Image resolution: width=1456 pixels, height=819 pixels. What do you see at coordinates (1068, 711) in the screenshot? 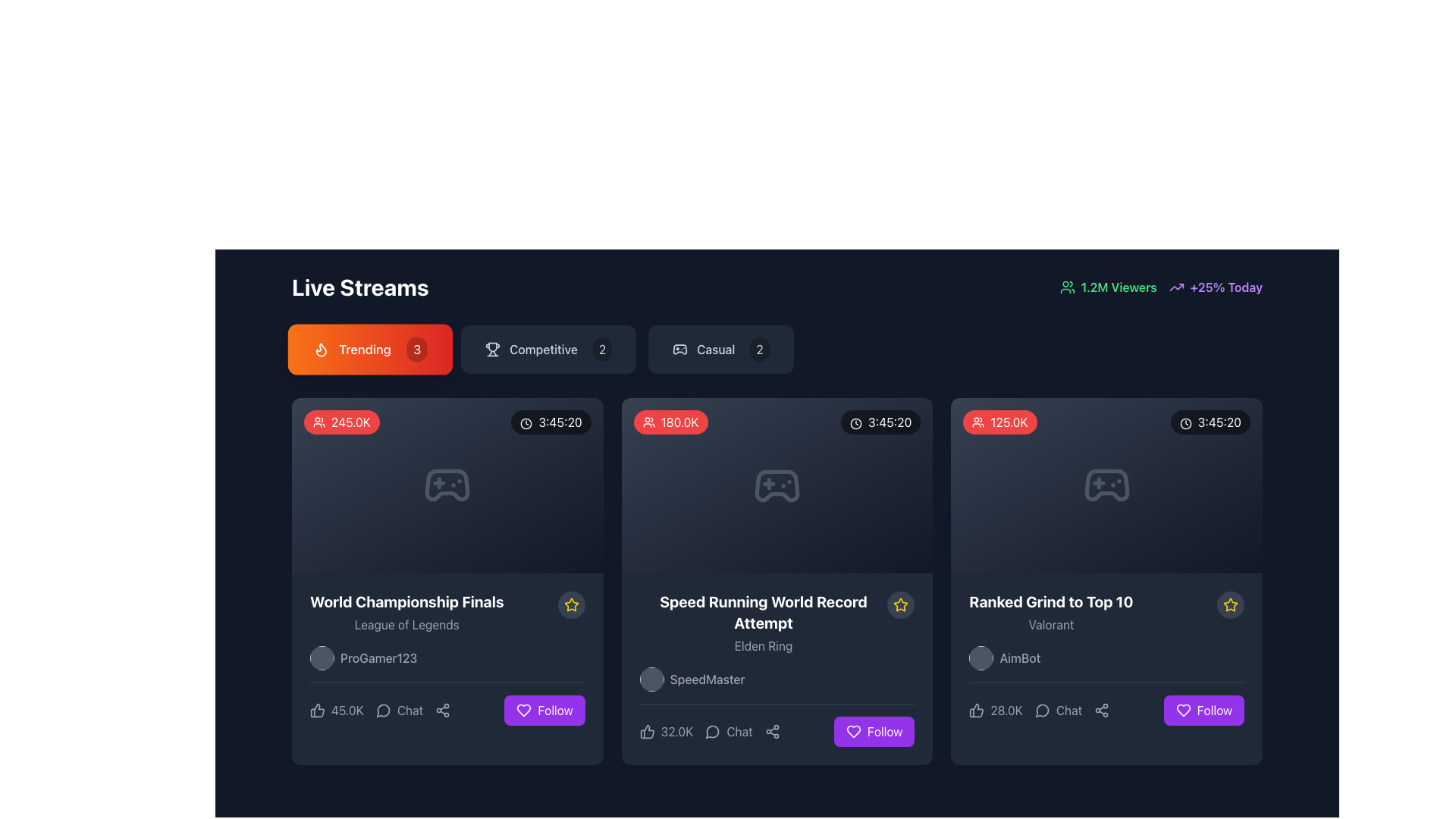
I see `the text label reading 'Chat' located at the bottom right section of the card interface` at bounding box center [1068, 711].